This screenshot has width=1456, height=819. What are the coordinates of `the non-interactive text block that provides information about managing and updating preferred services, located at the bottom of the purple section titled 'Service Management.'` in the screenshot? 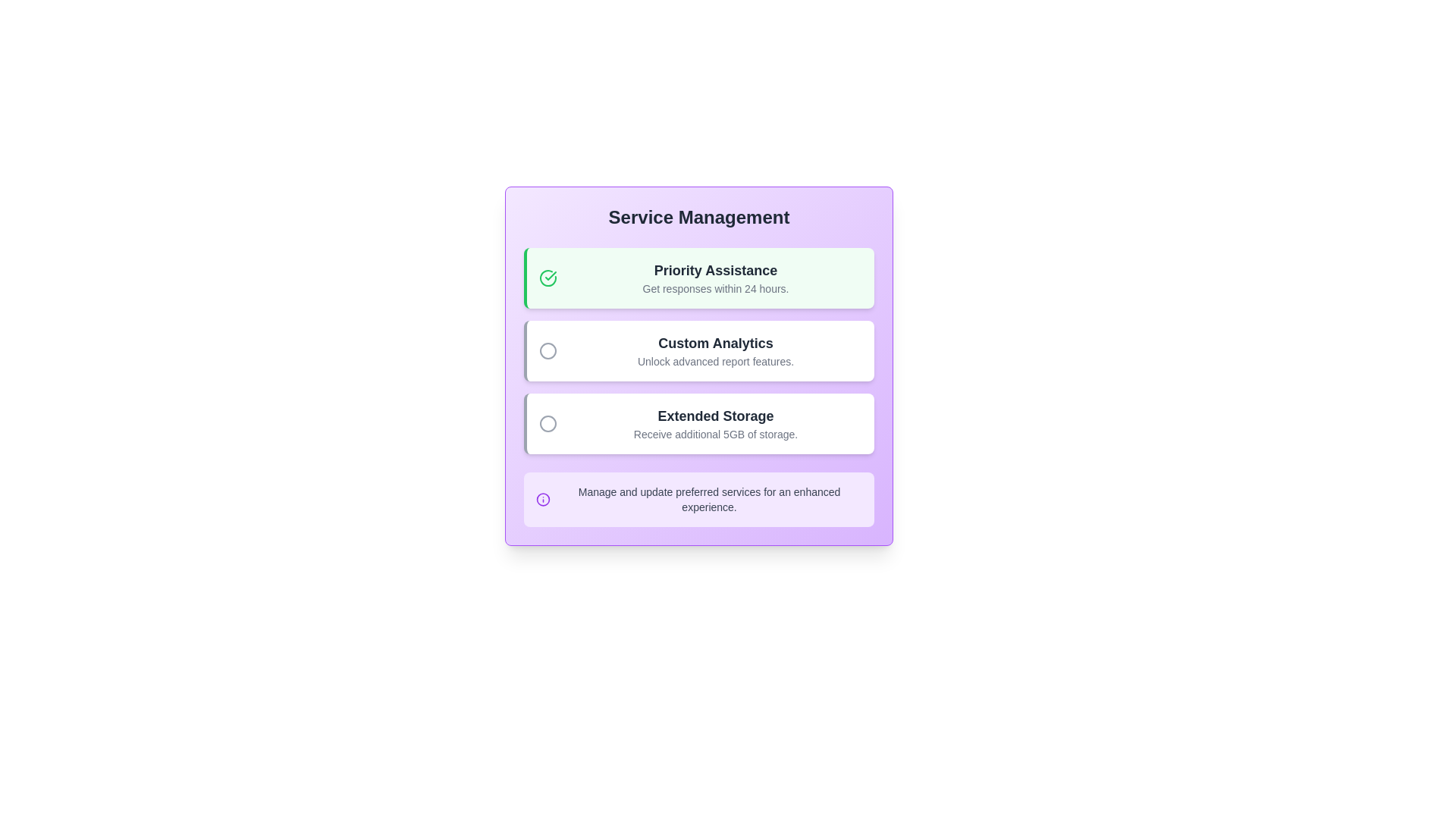 It's located at (708, 500).